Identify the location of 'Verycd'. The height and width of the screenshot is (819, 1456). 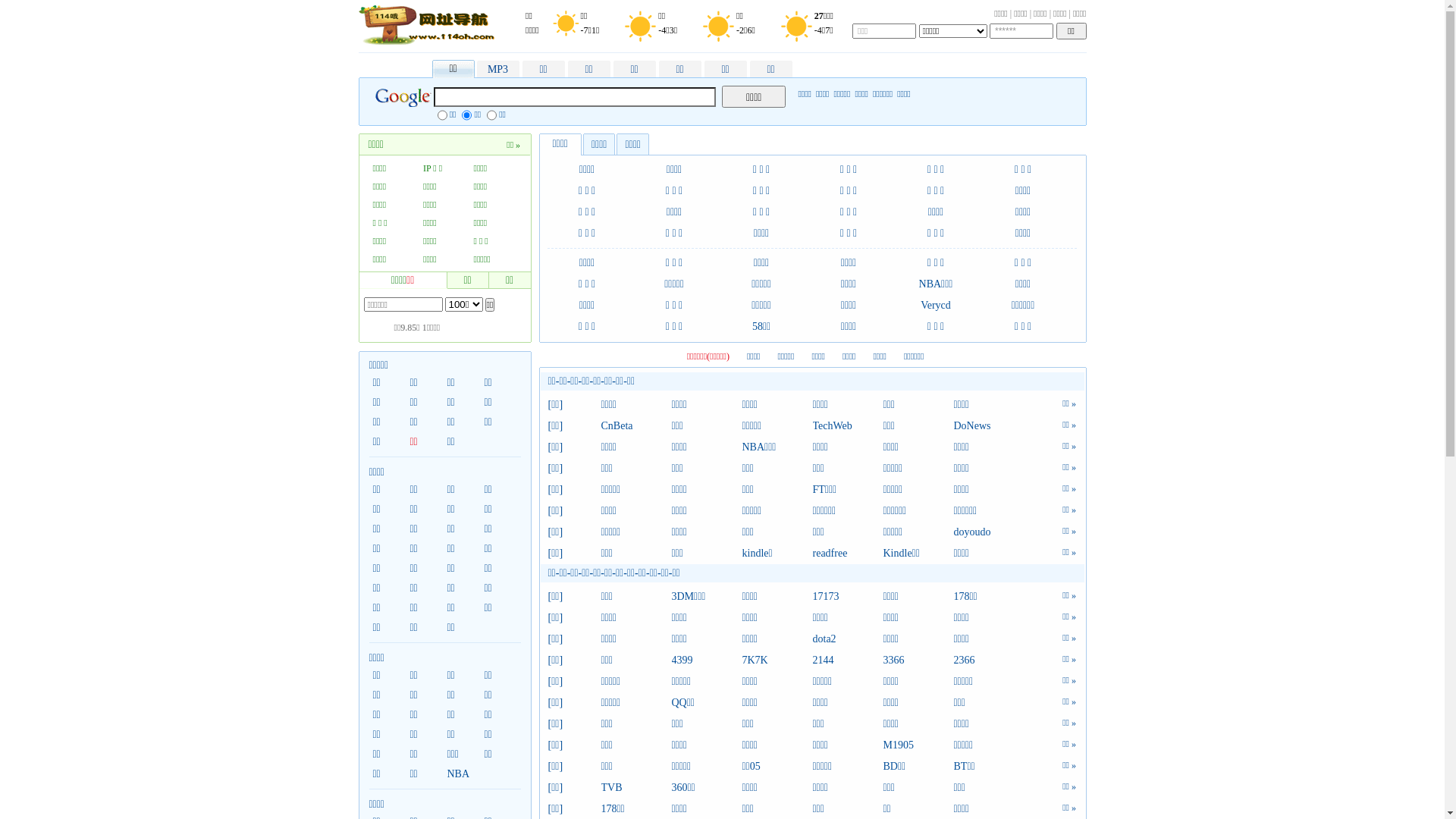
(920, 305).